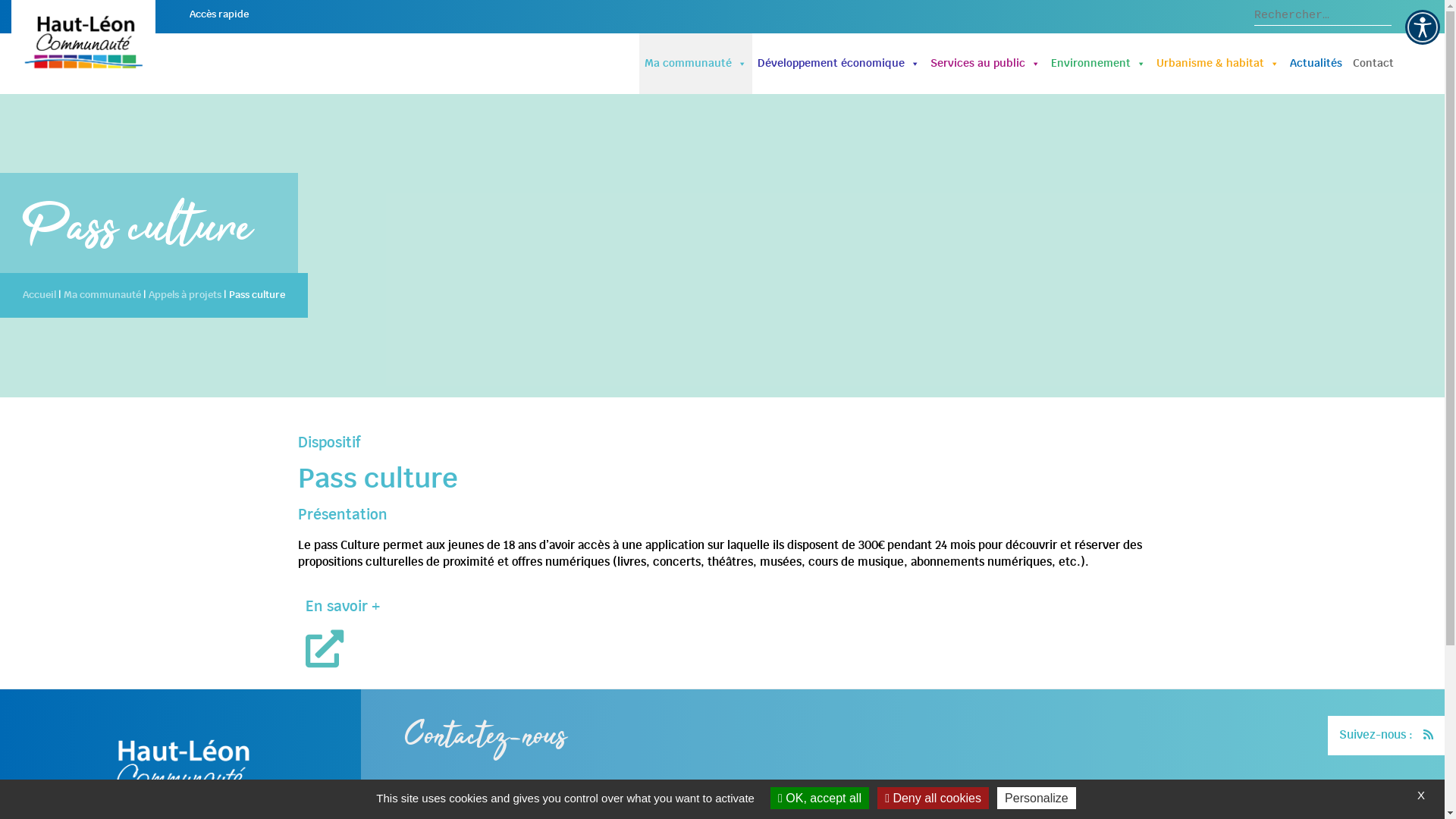  What do you see at coordinates (1373, 63) in the screenshot?
I see `'Contact'` at bounding box center [1373, 63].